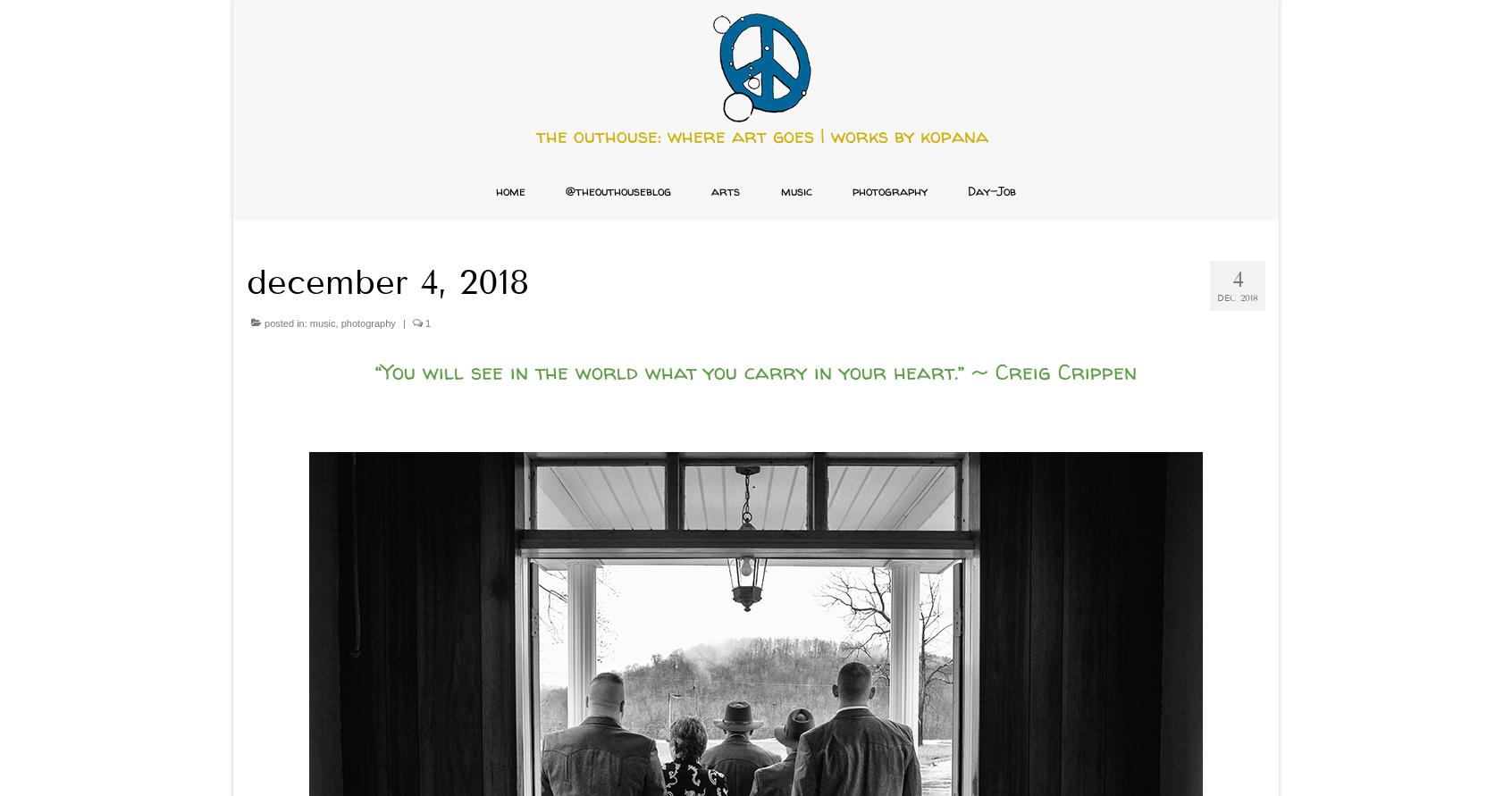 This screenshot has height=796, width=1512. I want to click on 'home', so click(509, 190).